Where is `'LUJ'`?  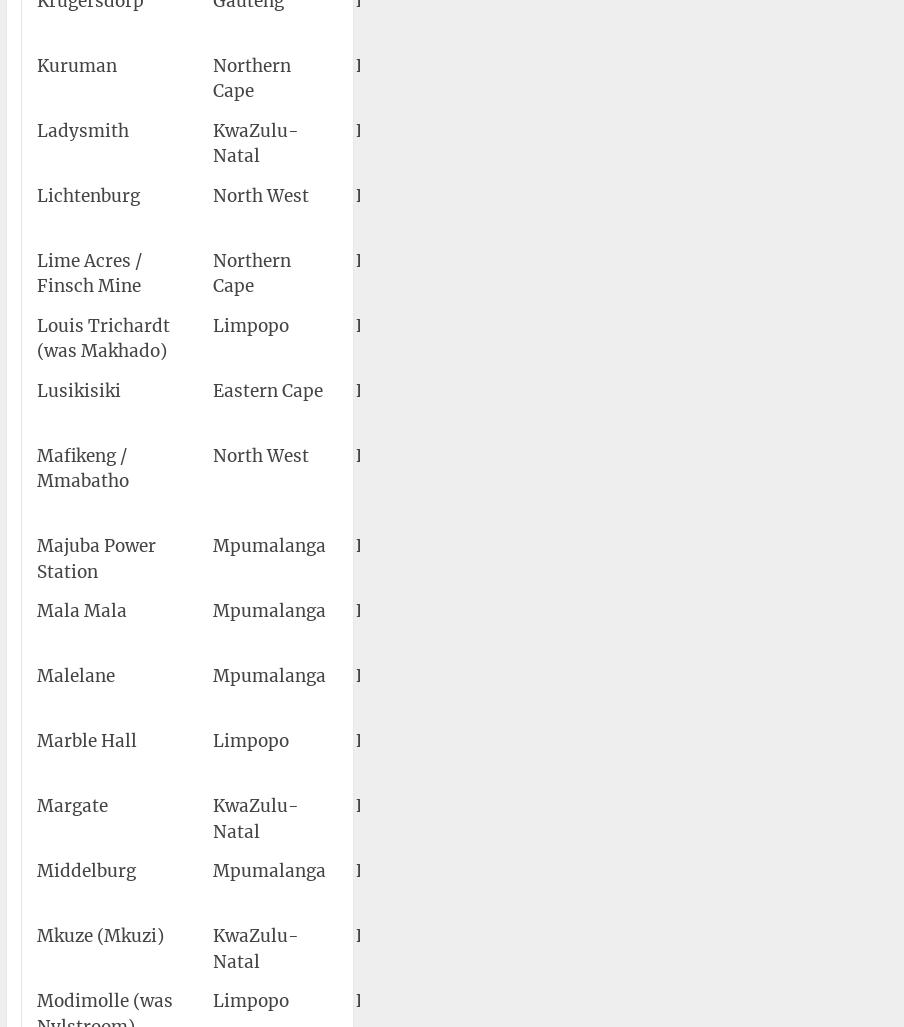 'LUJ' is located at coordinates (442, 389).